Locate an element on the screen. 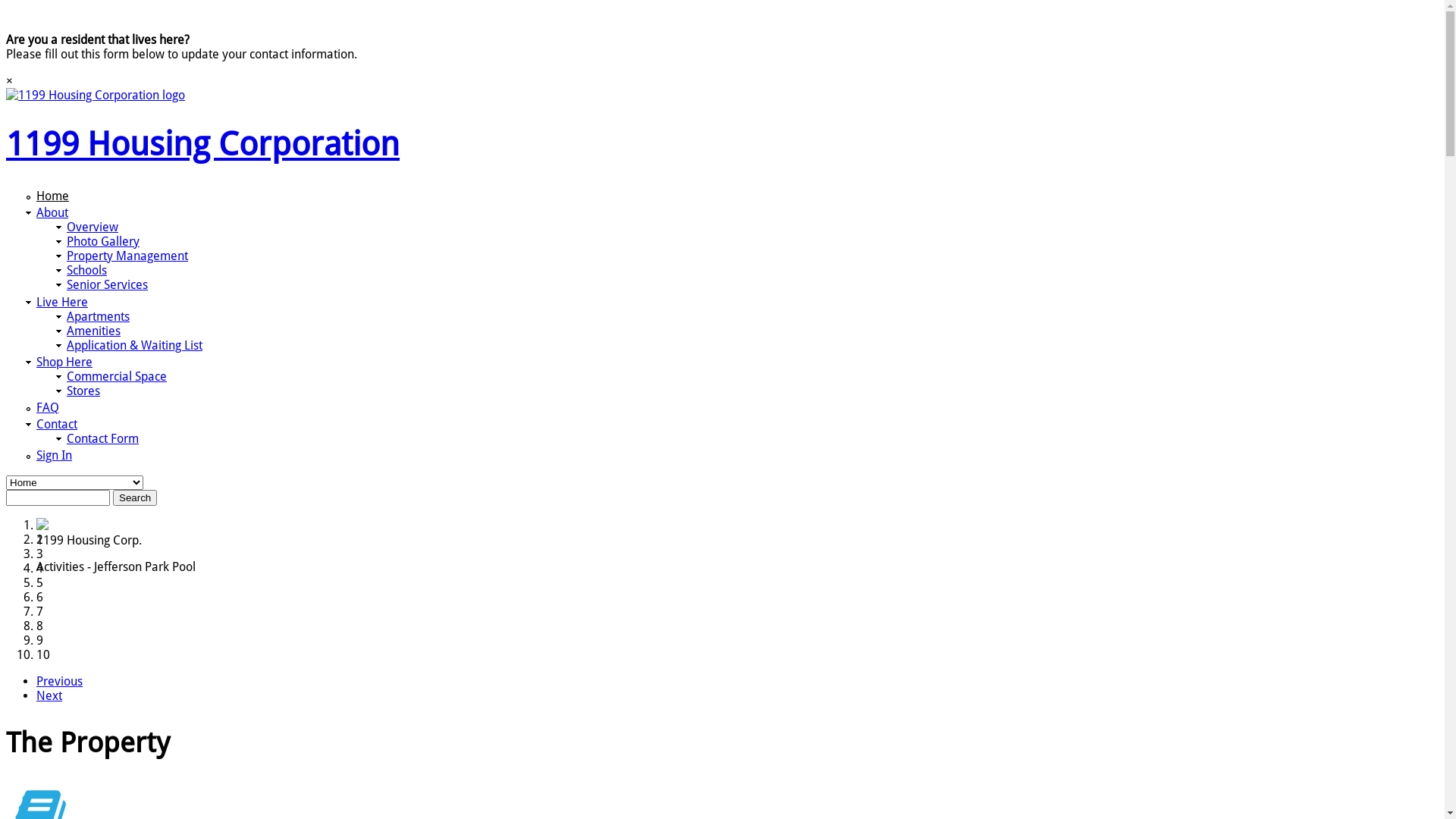 The height and width of the screenshot is (819, 1456). 'Live Here' is located at coordinates (61, 301).